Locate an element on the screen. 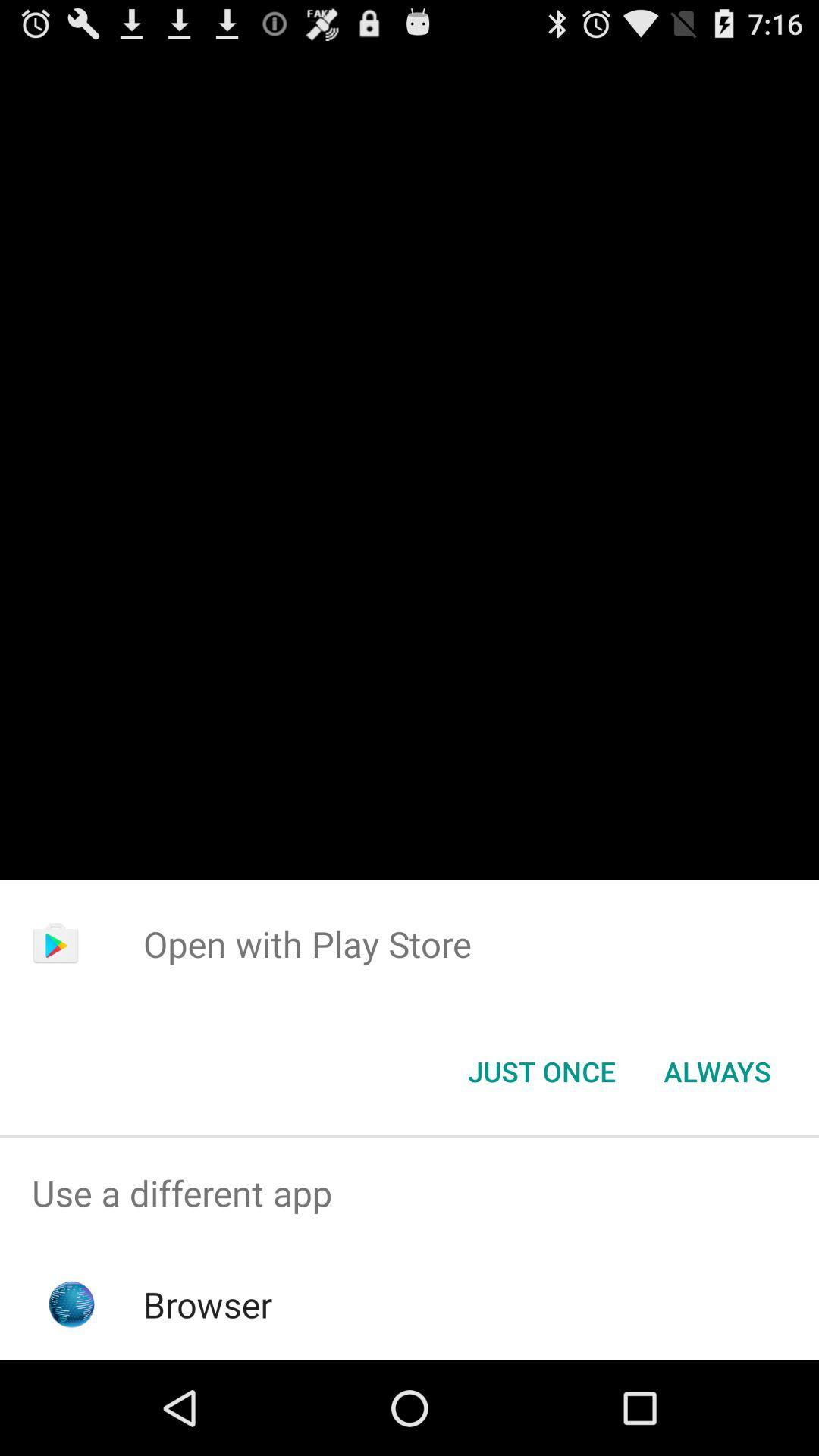  always item is located at coordinates (717, 1070).